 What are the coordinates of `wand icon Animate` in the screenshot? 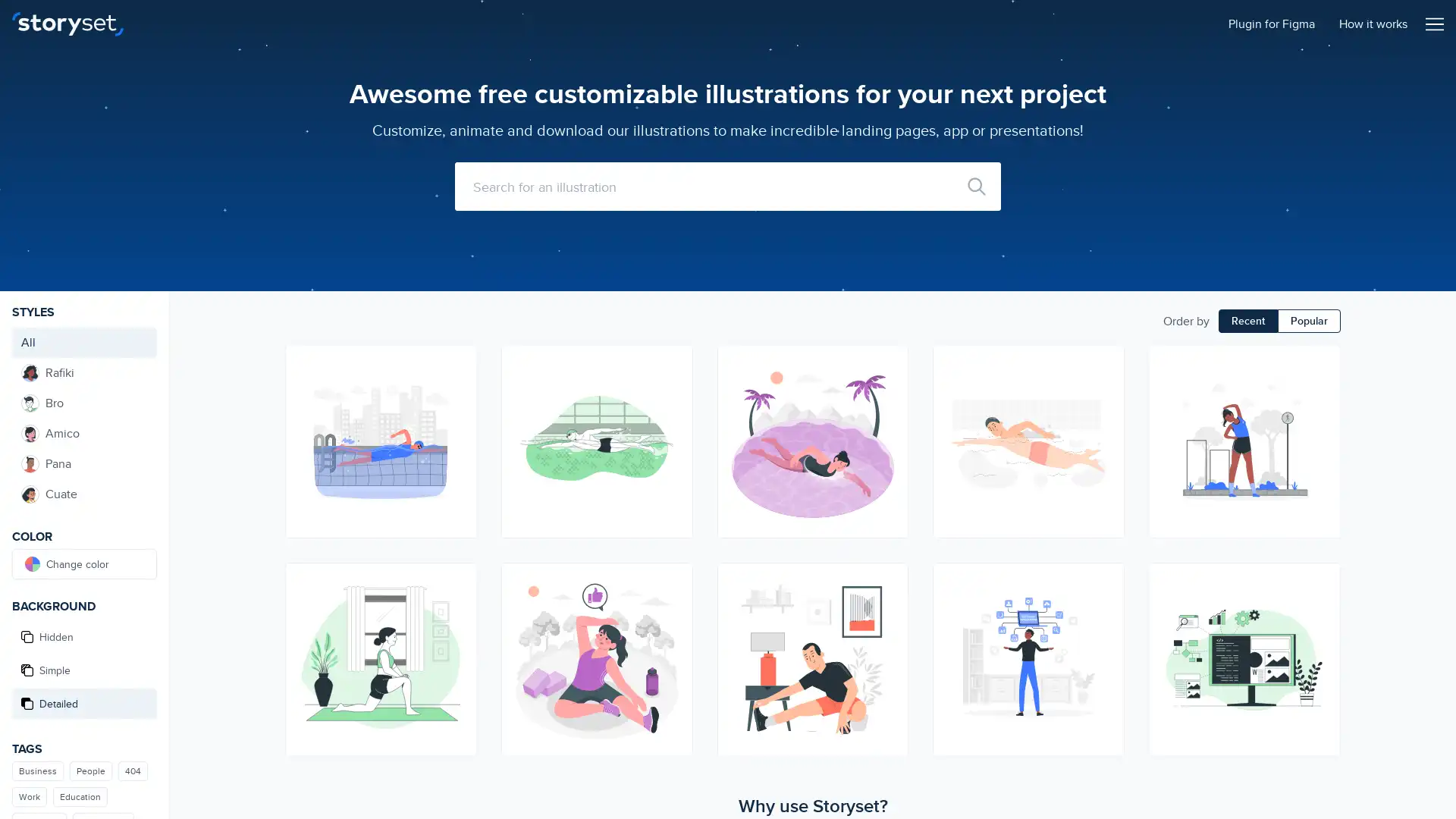 It's located at (1106, 580).